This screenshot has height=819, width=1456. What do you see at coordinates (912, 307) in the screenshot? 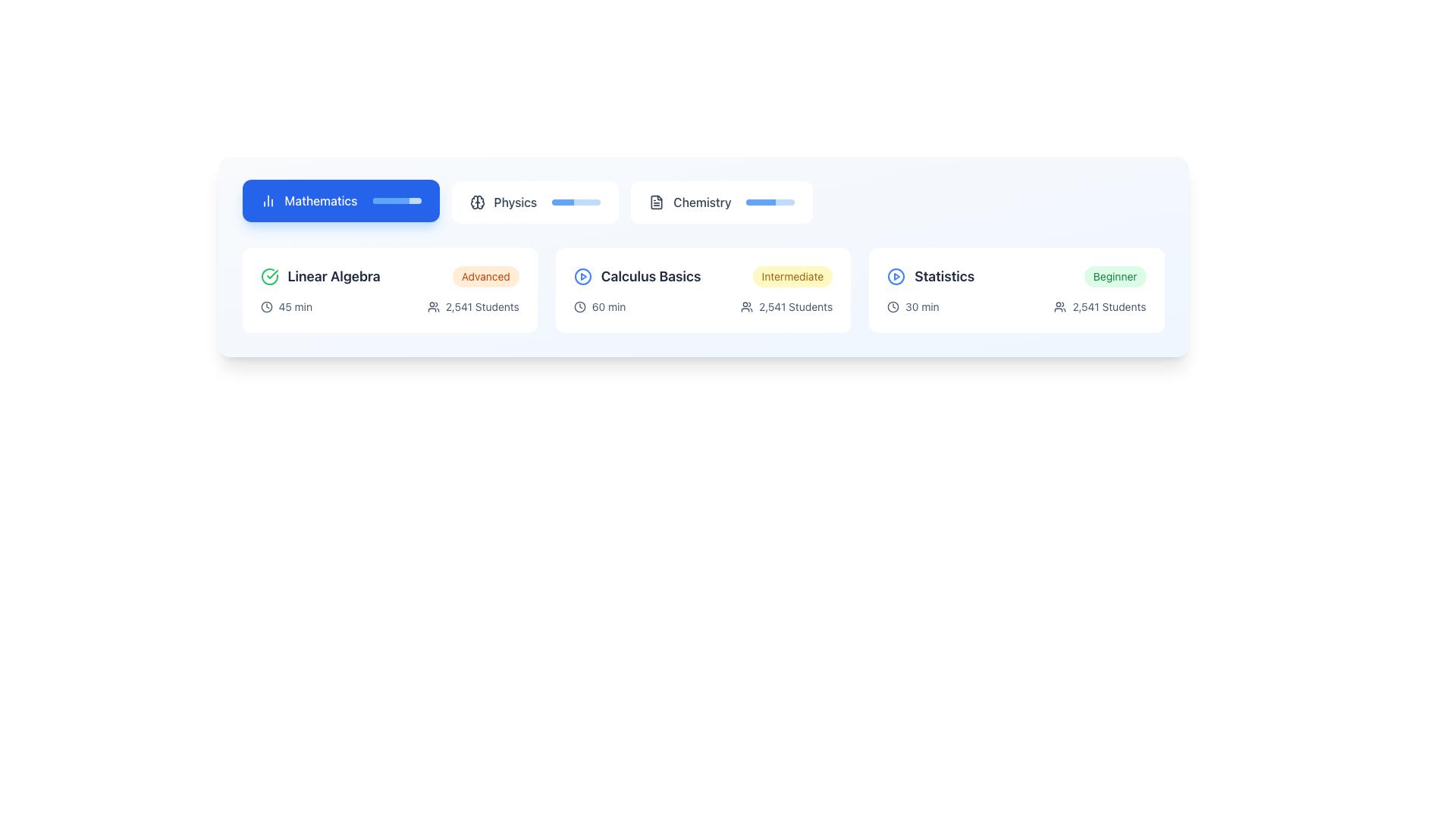
I see `the static informational display indicating the course duration of 30 minutes located in the 'Statistics' section, below the course title 'Statistics' and to the left of '2,541 Students'` at bounding box center [912, 307].